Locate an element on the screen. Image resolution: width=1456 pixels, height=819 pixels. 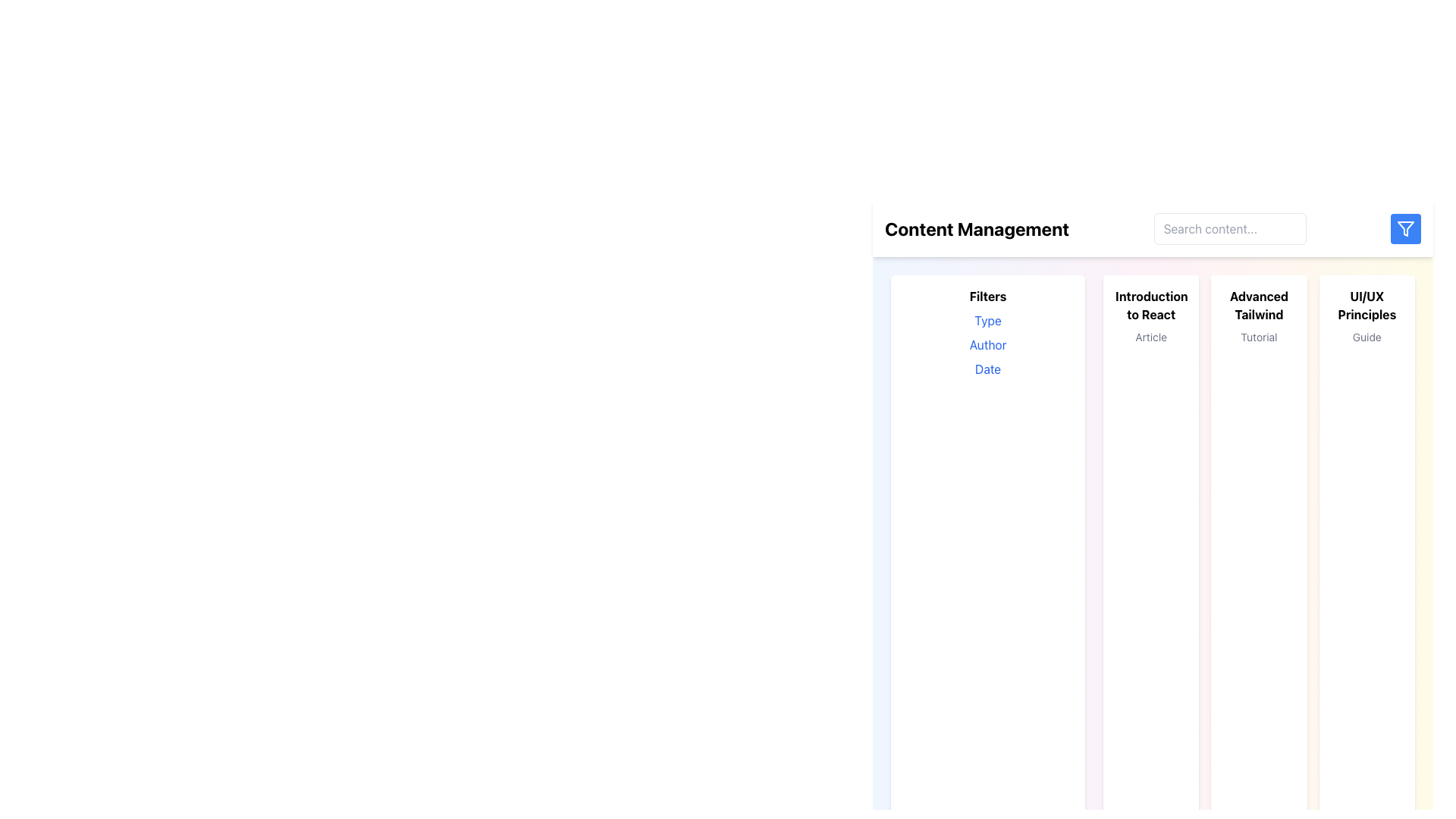
the 'Tutorial' text label, which is styled in gray and positioned below the 'Advanced Tailwind' header within its card is located at coordinates (1259, 336).